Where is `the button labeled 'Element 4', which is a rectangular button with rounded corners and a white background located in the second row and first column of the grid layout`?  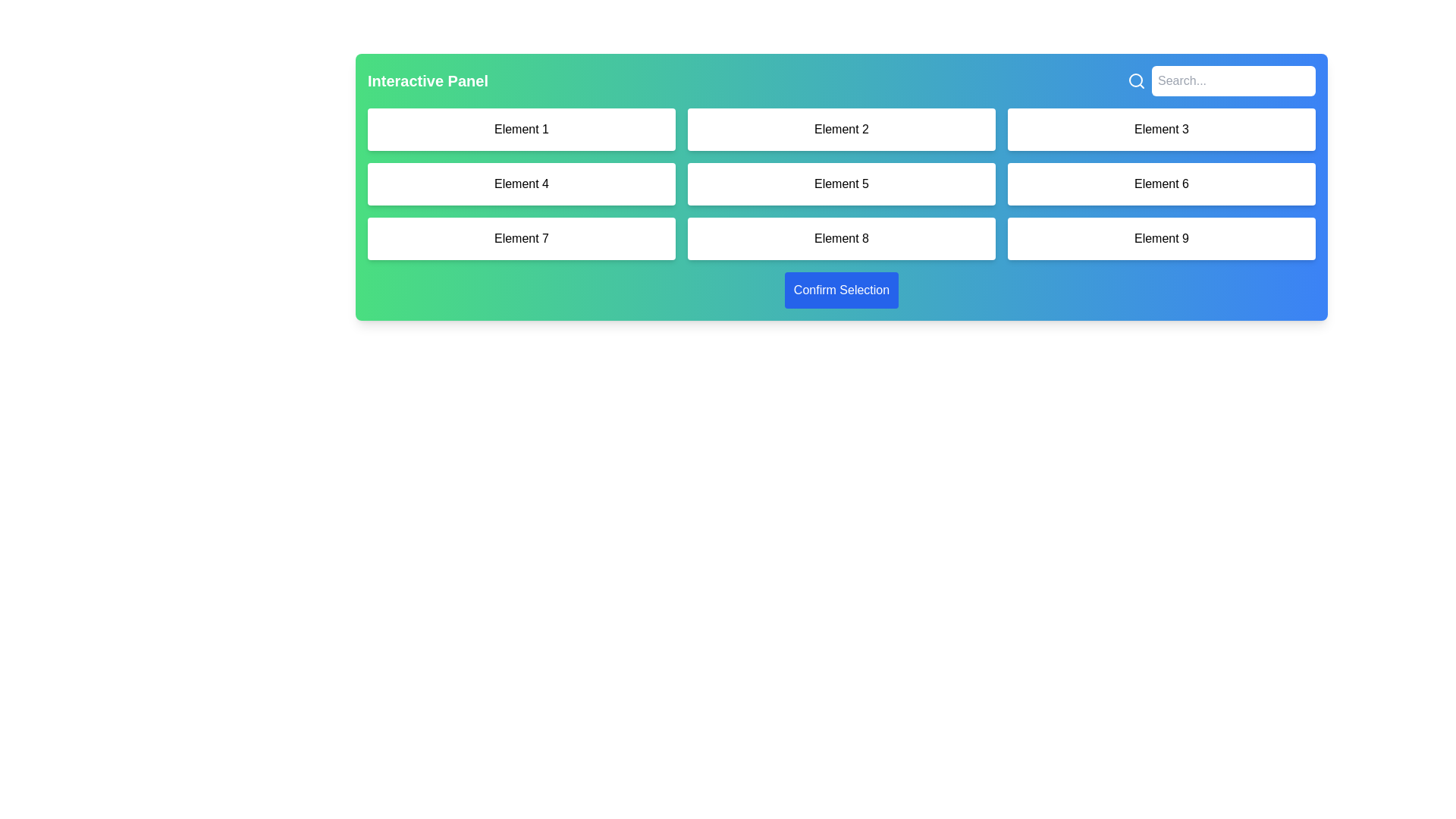 the button labeled 'Element 4', which is a rectangular button with rounded corners and a white background located in the second row and first column of the grid layout is located at coordinates (521, 184).